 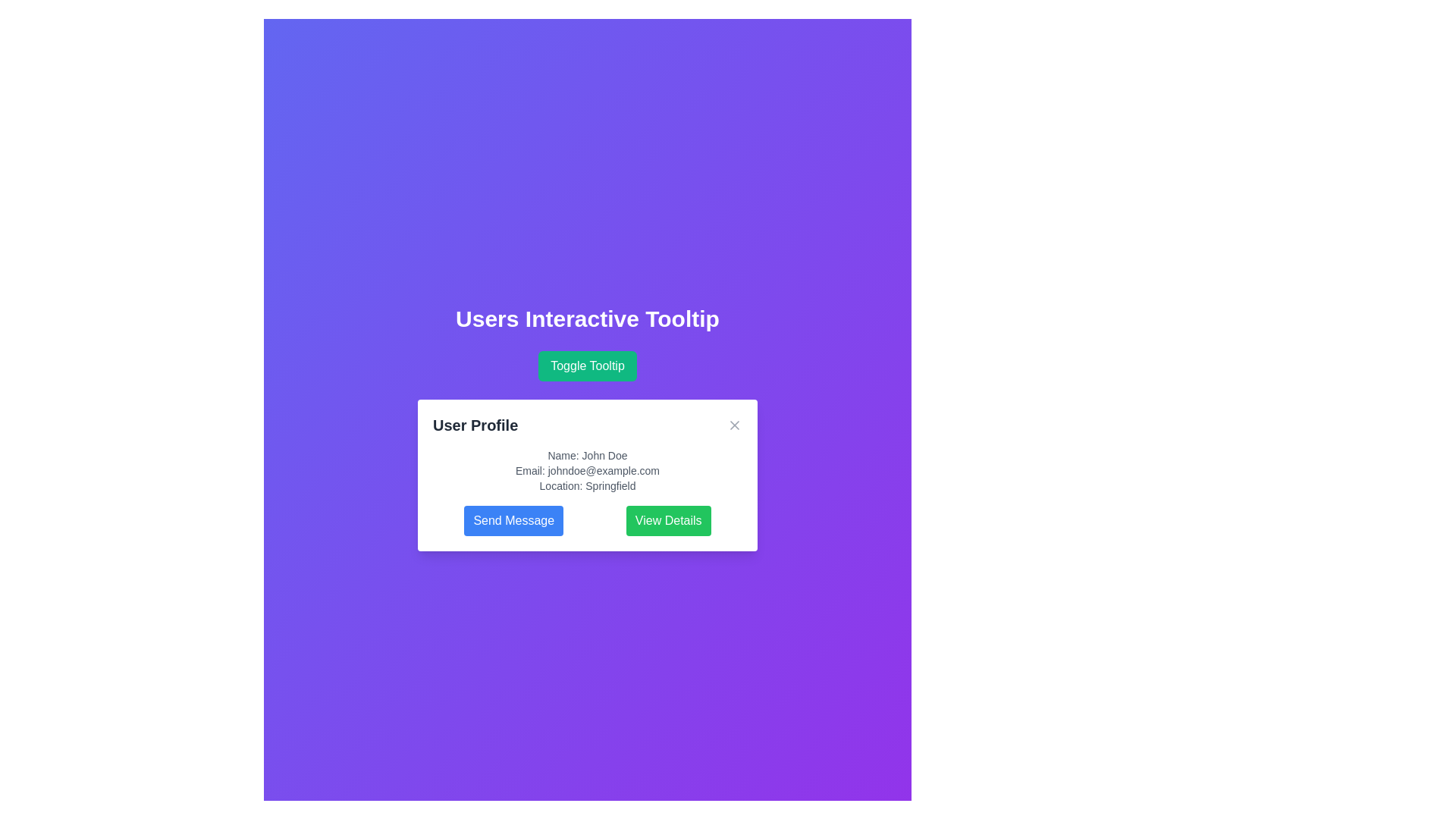 What do you see at coordinates (586, 366) in the screenshot?
I see `the button located below the heading 'Users Interactive Tooltip'` at bounding box center [586, 366].